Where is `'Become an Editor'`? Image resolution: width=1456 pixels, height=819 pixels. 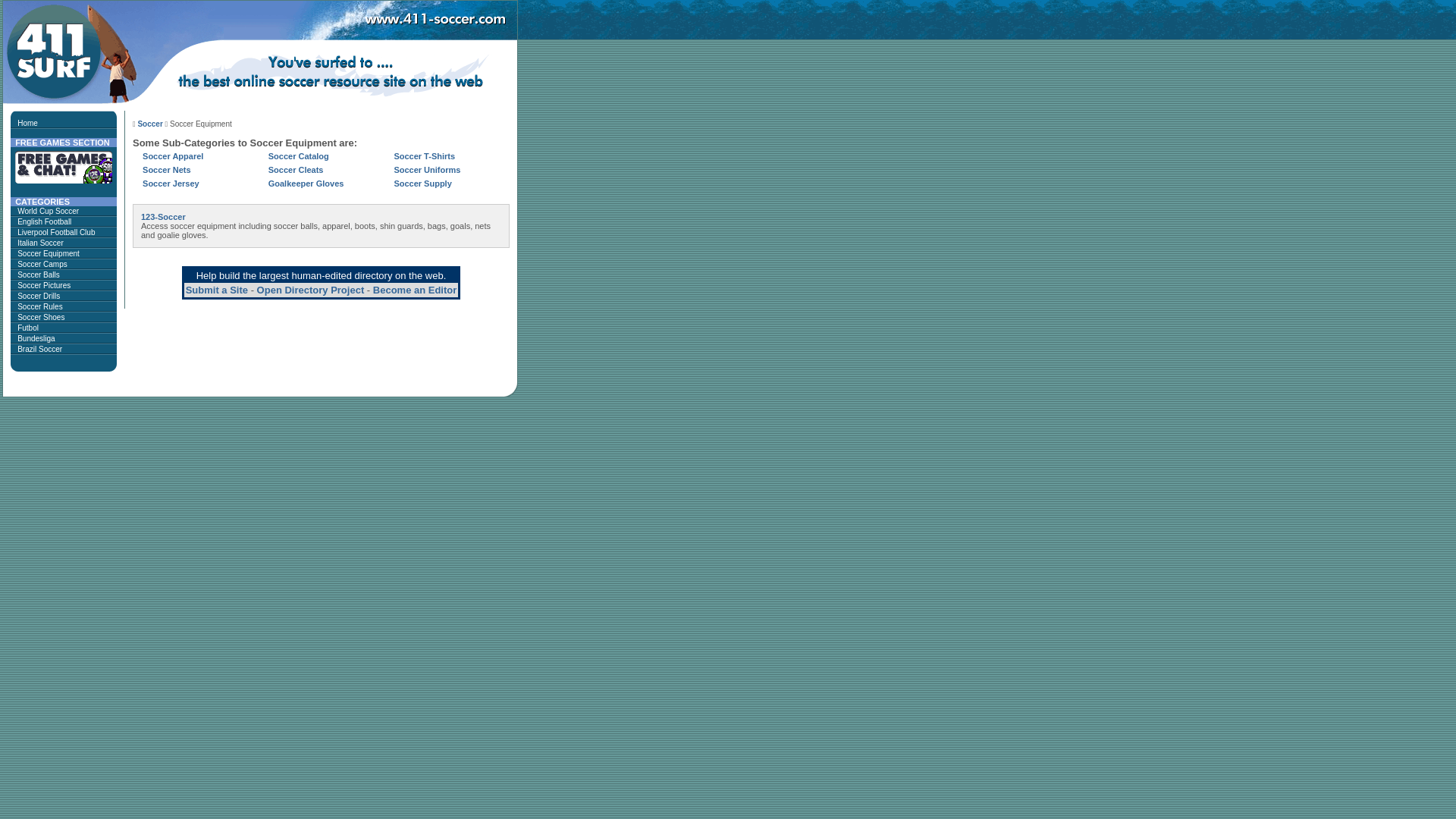 'Become an Editor' is located at coordinates (415, 290).